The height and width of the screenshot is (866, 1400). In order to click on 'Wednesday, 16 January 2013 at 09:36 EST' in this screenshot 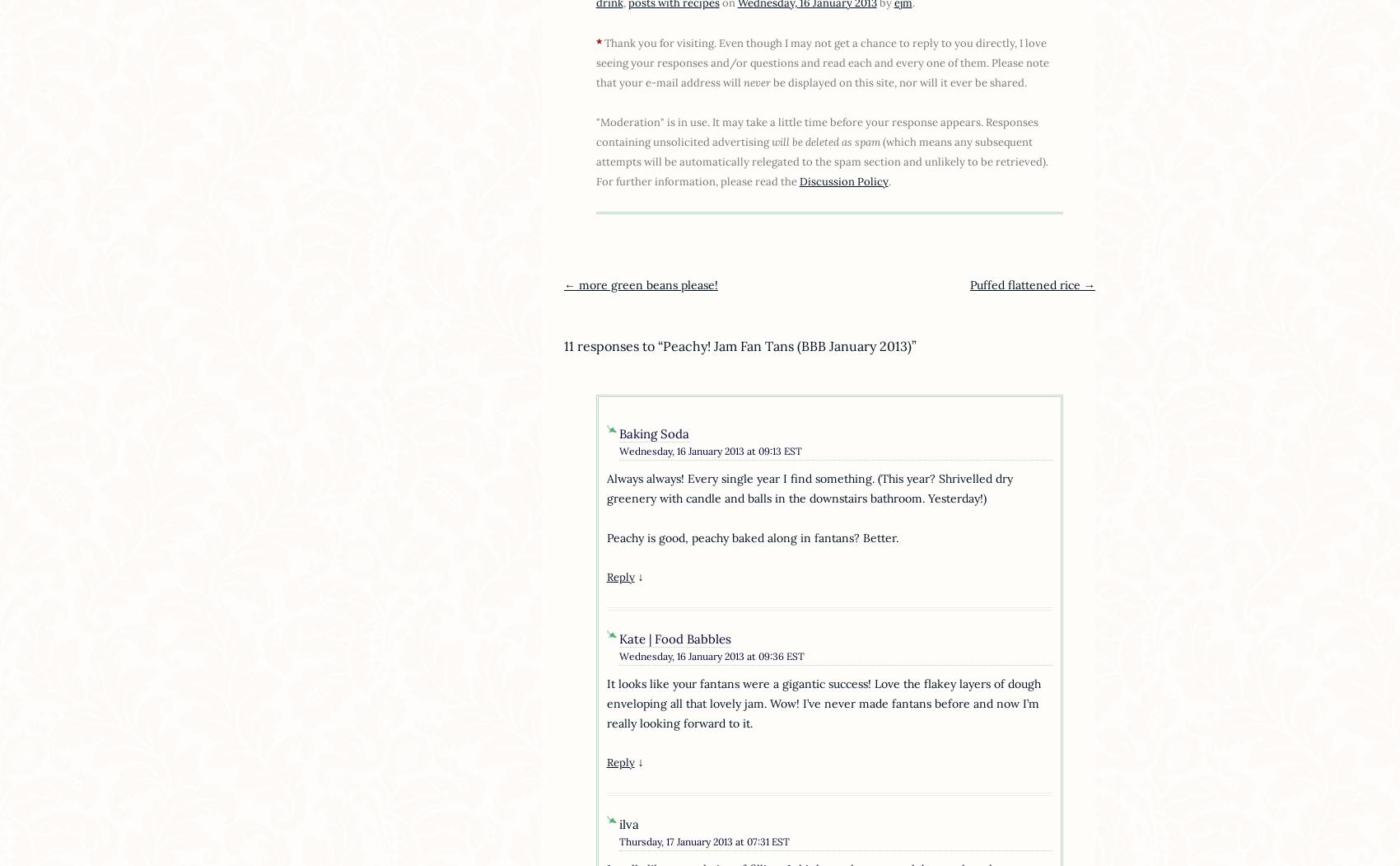, I will do `click(618, 654)`.